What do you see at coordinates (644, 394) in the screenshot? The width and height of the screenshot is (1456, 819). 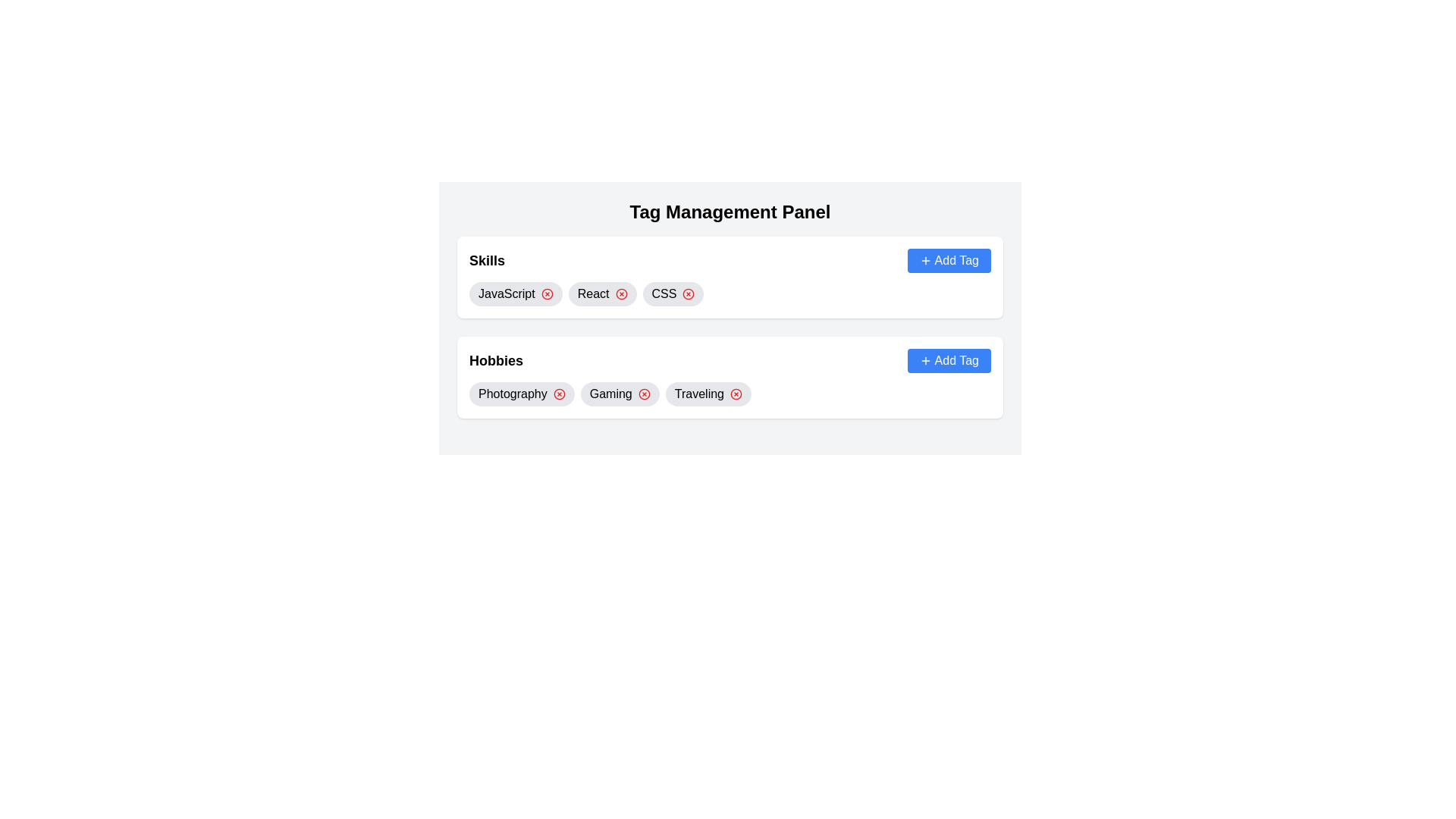 I see `the SVG-based delete button located next to the 'Gaming' tag in the 'Hobbies' section` at bounding box center [644, 394].